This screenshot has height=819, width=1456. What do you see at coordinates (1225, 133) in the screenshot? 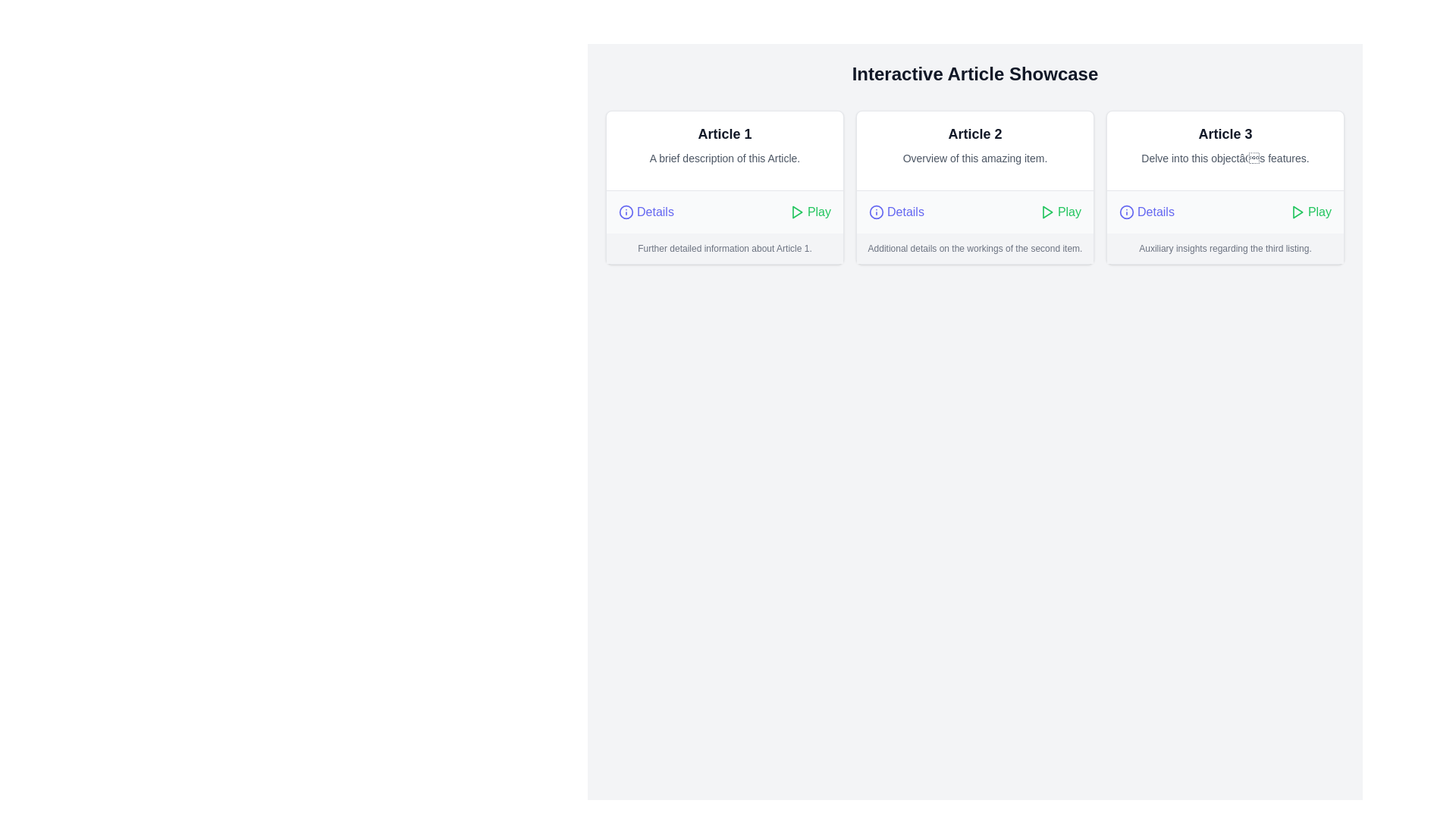
I see `on the text label 'Article 3', which is a bold heading located at the top of a white card in the third column of a grid layout` at bounding box center [1225, 133].